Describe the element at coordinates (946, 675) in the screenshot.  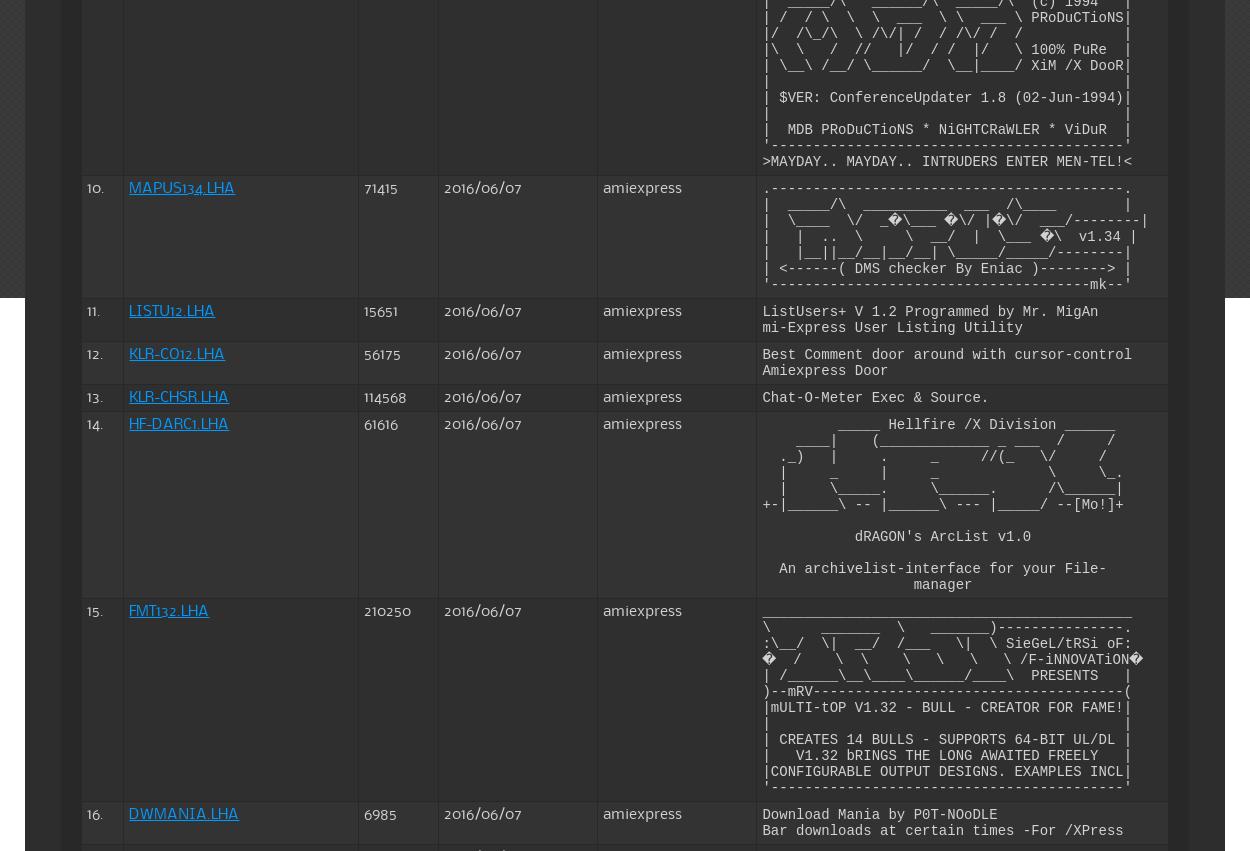
I see `'| /______\__\____\______/____\  PRESENTS   |'` at that location.